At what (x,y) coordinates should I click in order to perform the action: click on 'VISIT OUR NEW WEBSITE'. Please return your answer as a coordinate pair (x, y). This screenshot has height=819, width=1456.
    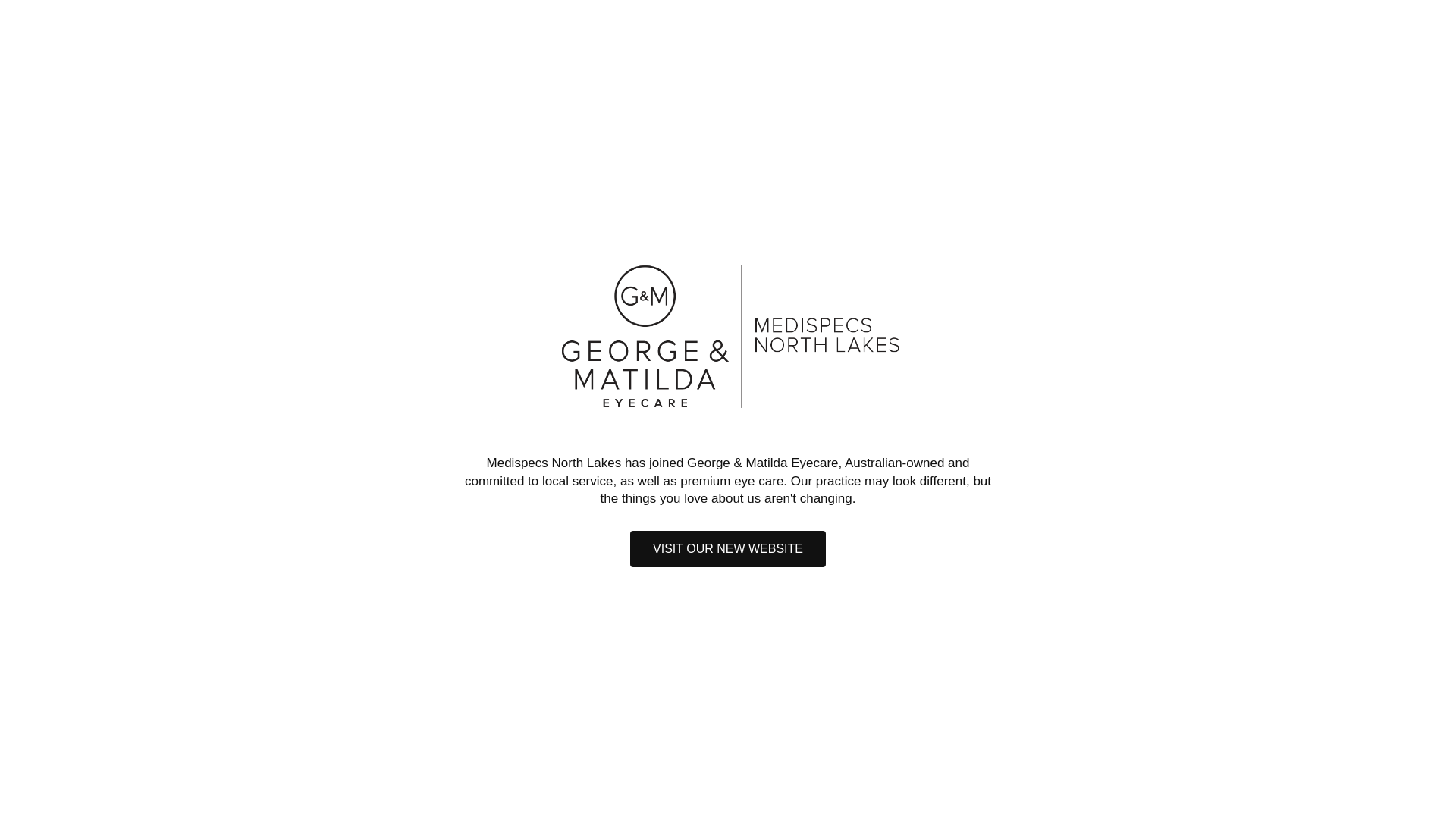
    Looking at the image, I should click on (728, 549).